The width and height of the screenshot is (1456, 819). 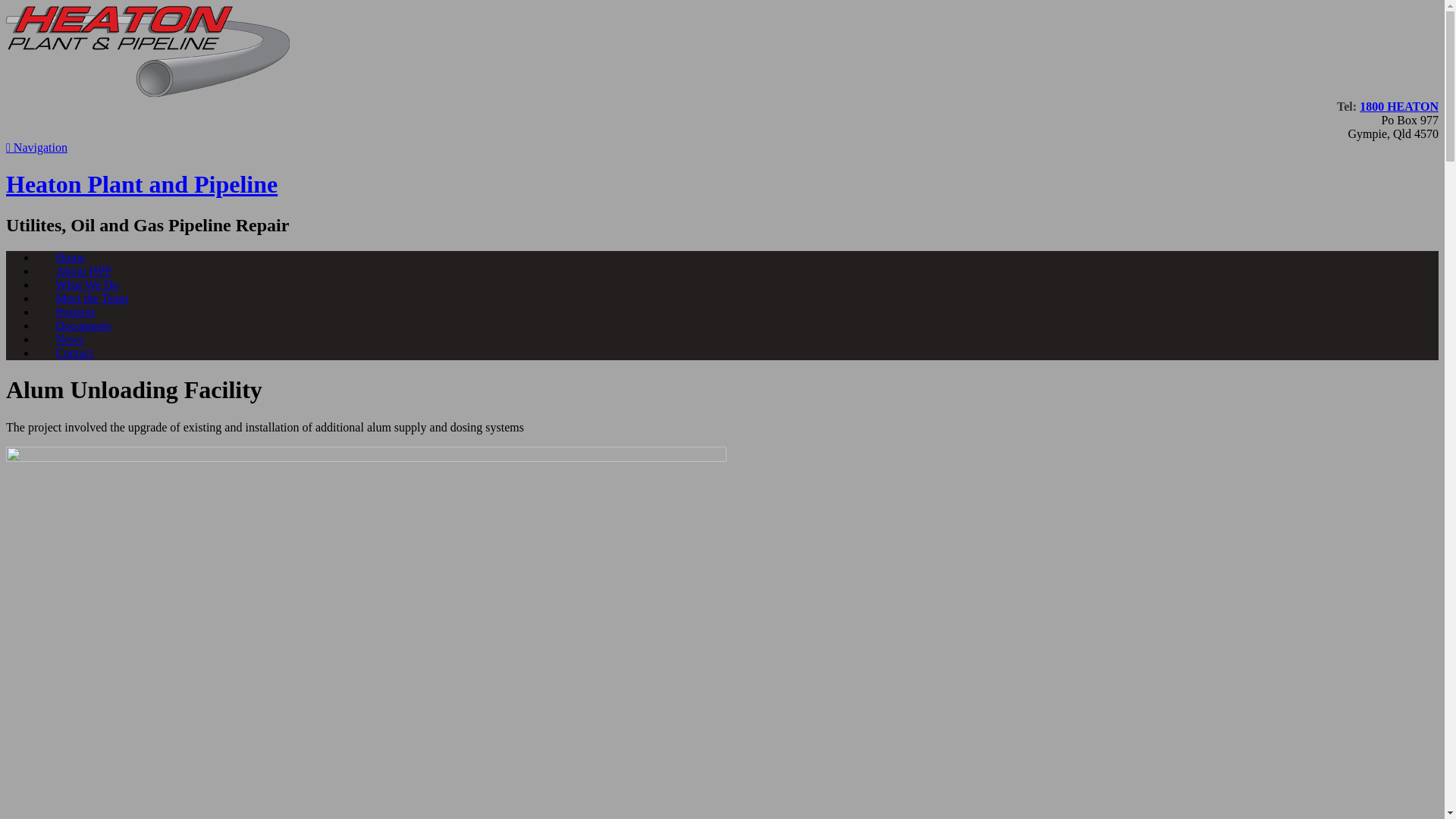 I want to click on 'News', so click(x=68, y=338).